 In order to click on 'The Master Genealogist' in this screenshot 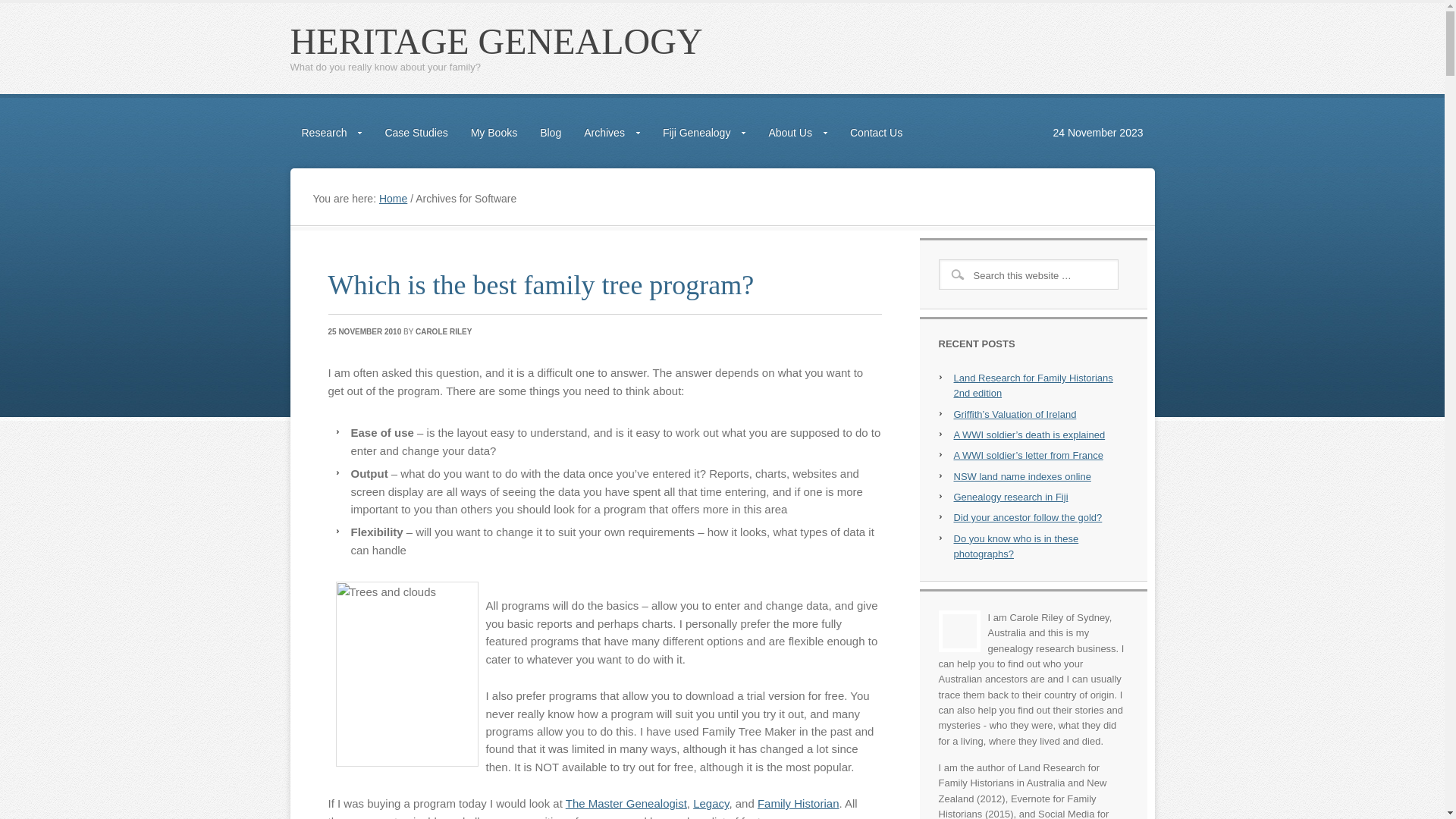, I will do `click(626, 802)`.